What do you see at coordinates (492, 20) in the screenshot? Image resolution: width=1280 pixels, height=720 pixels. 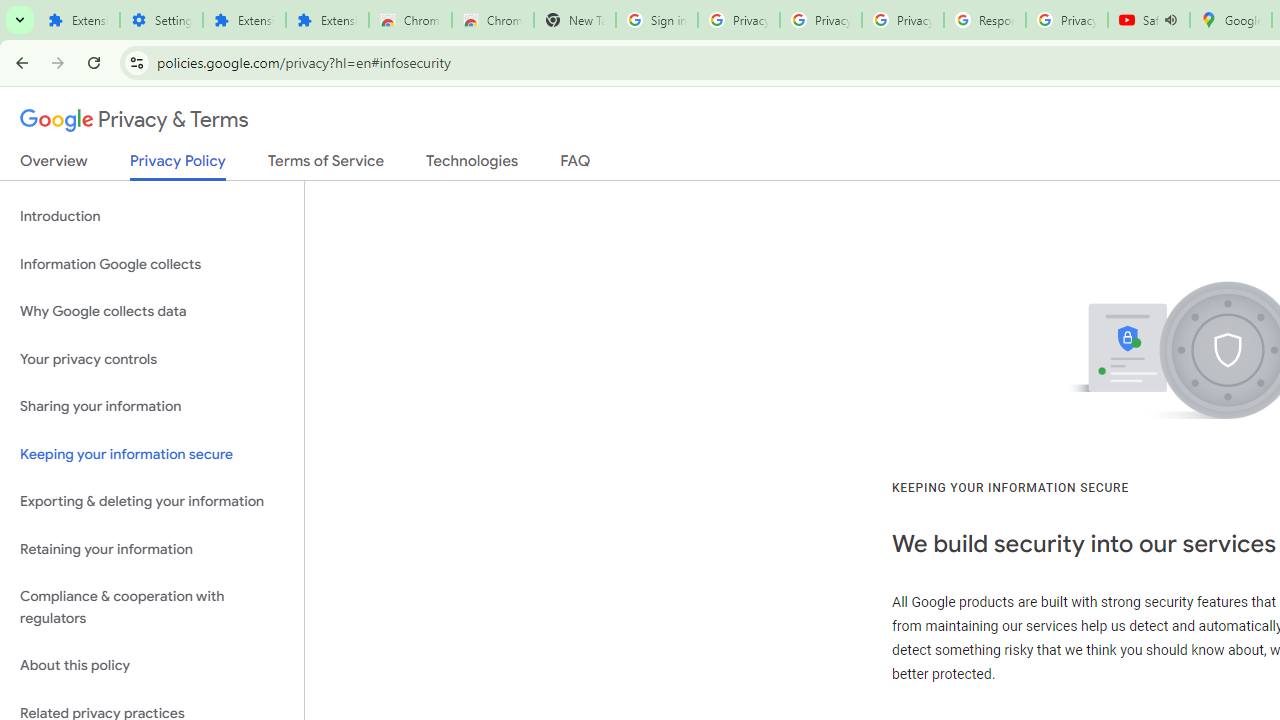 I see `'Chrome Web Store - Themes'` at bounding box center [492, 20].